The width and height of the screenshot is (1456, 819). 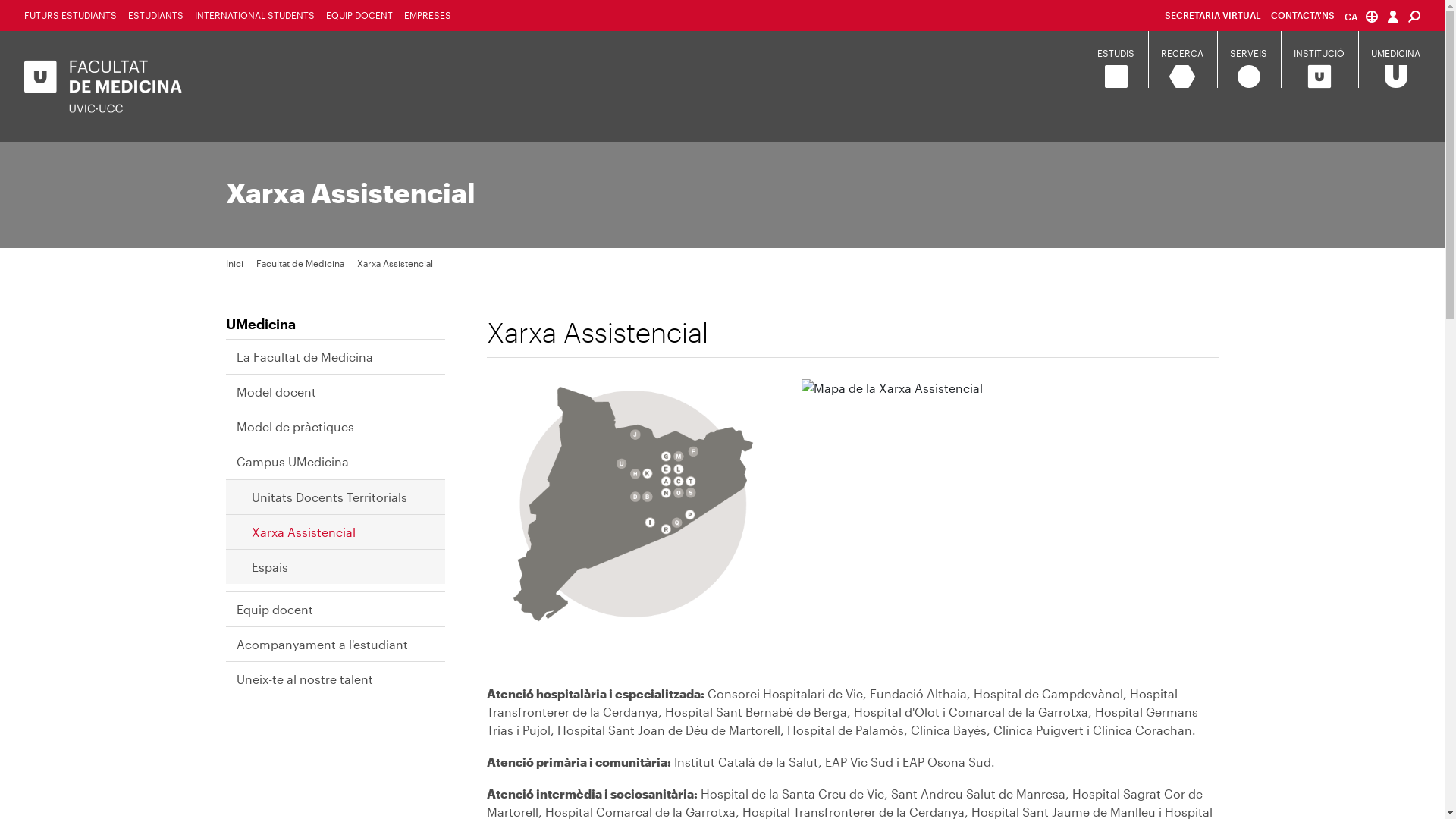 What do you see at coordinates (336, 497) in the screenshot?
I see `'Unitats Docents Territorials'` at bounding box center [336, 497].